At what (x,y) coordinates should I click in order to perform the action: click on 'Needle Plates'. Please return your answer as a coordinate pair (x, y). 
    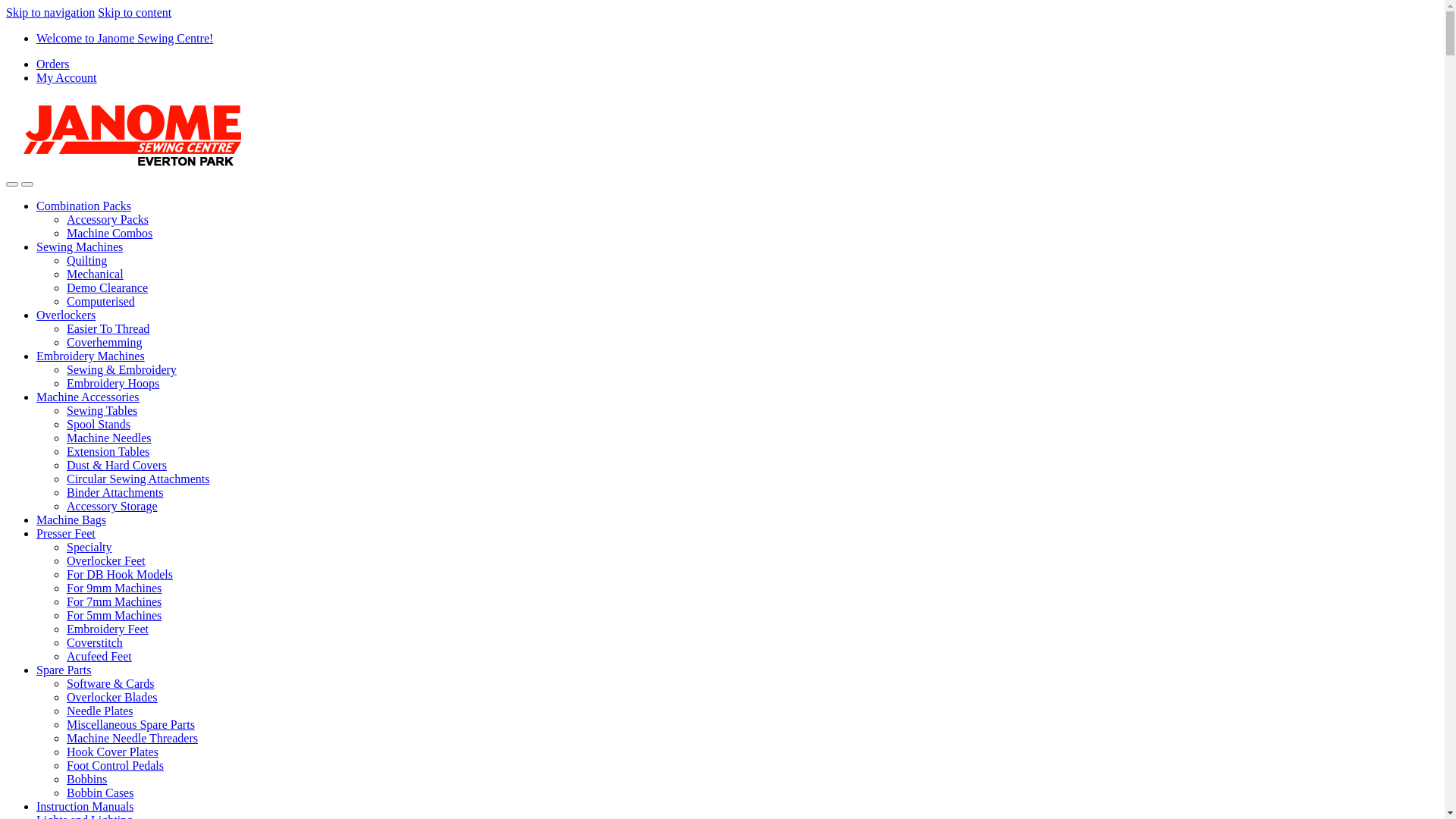
    Looking at the image, I should click on (99, 711).